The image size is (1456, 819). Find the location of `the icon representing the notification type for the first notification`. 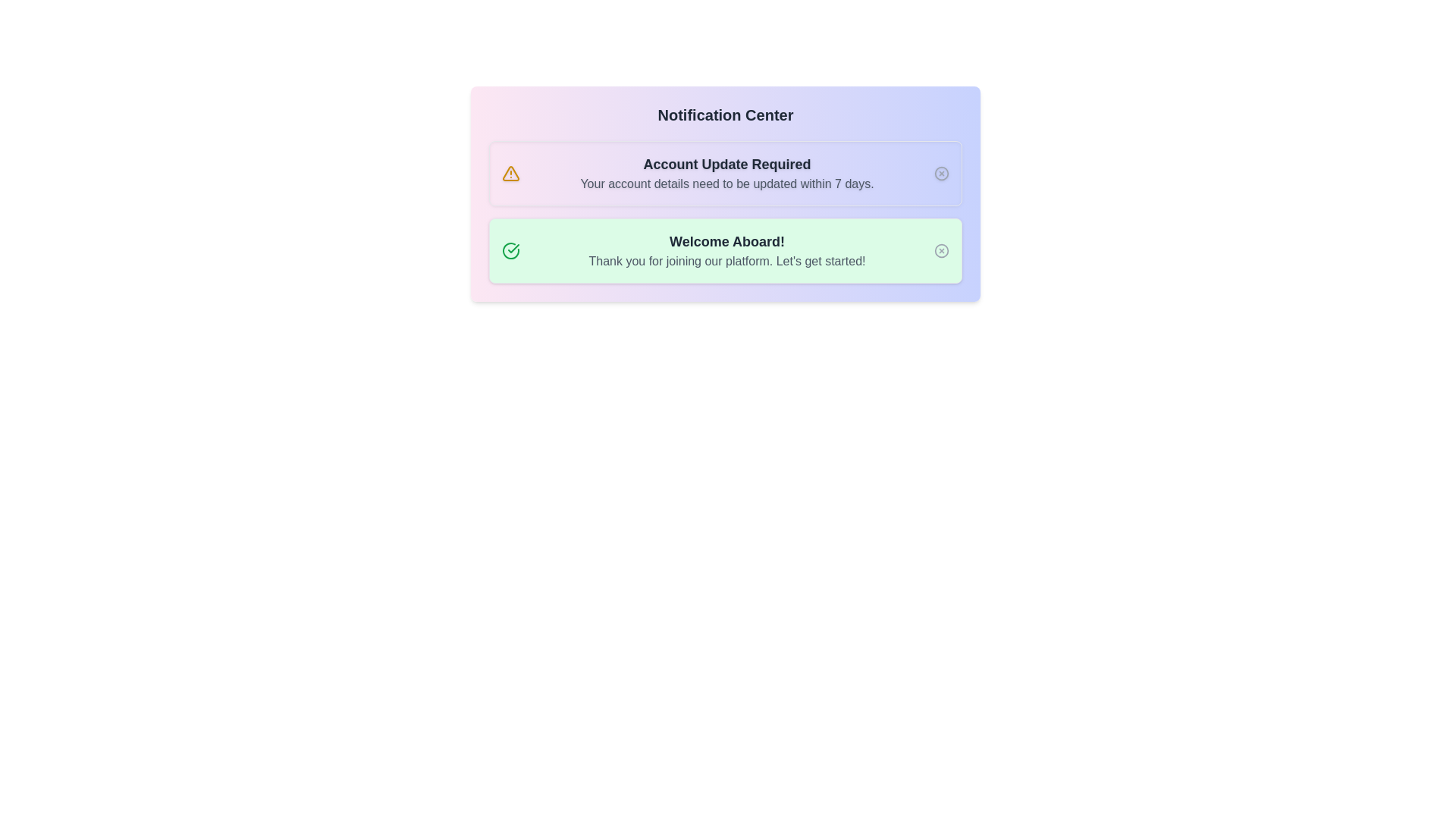

the icon representing the notification type for the first notification is located at coordinates (510, 172).